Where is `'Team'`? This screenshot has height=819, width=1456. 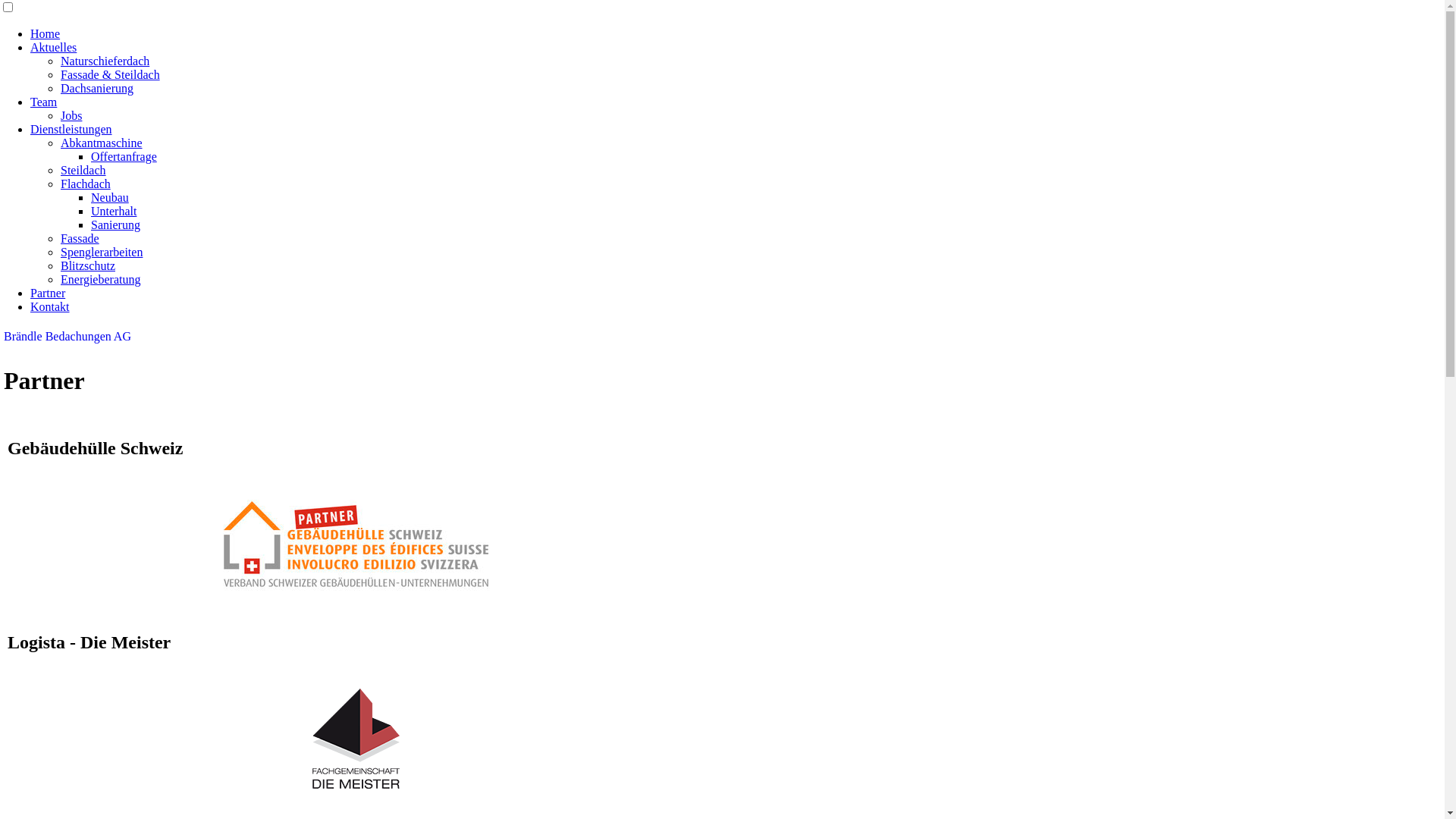
'Team' is located at coordinates (43, 102).